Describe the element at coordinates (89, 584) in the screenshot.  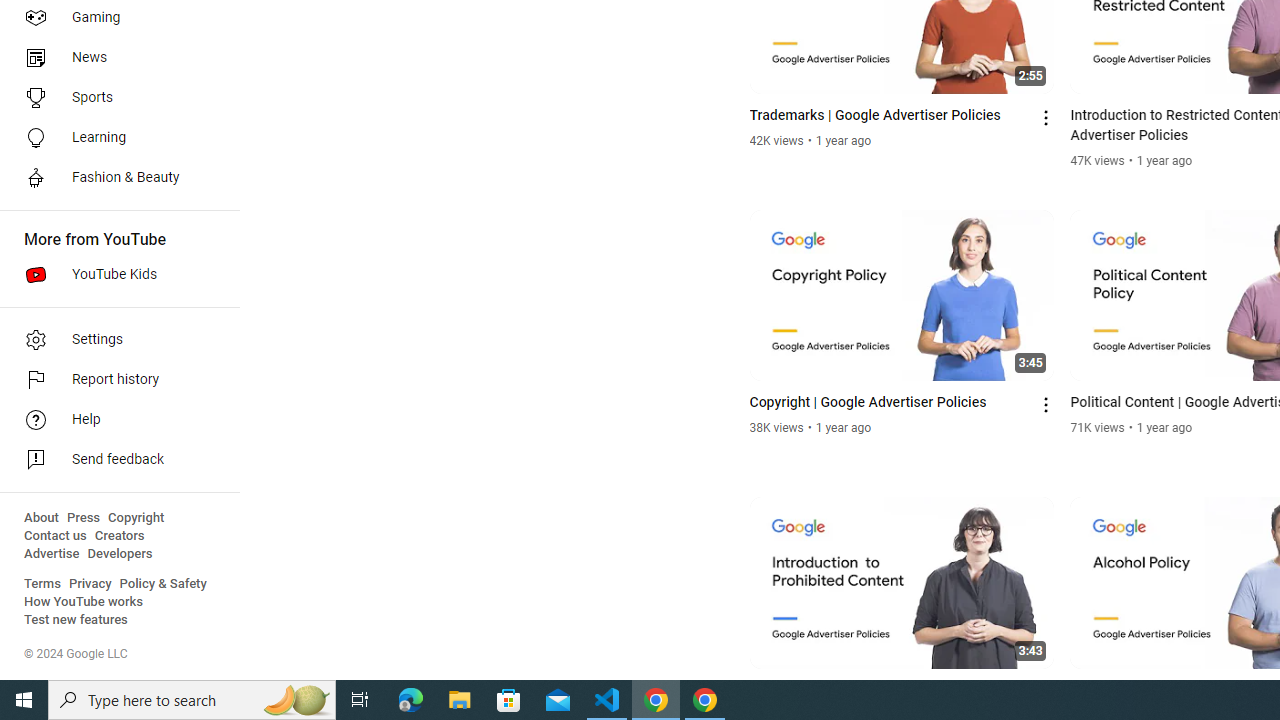
I see `'Privacy'` at that location.